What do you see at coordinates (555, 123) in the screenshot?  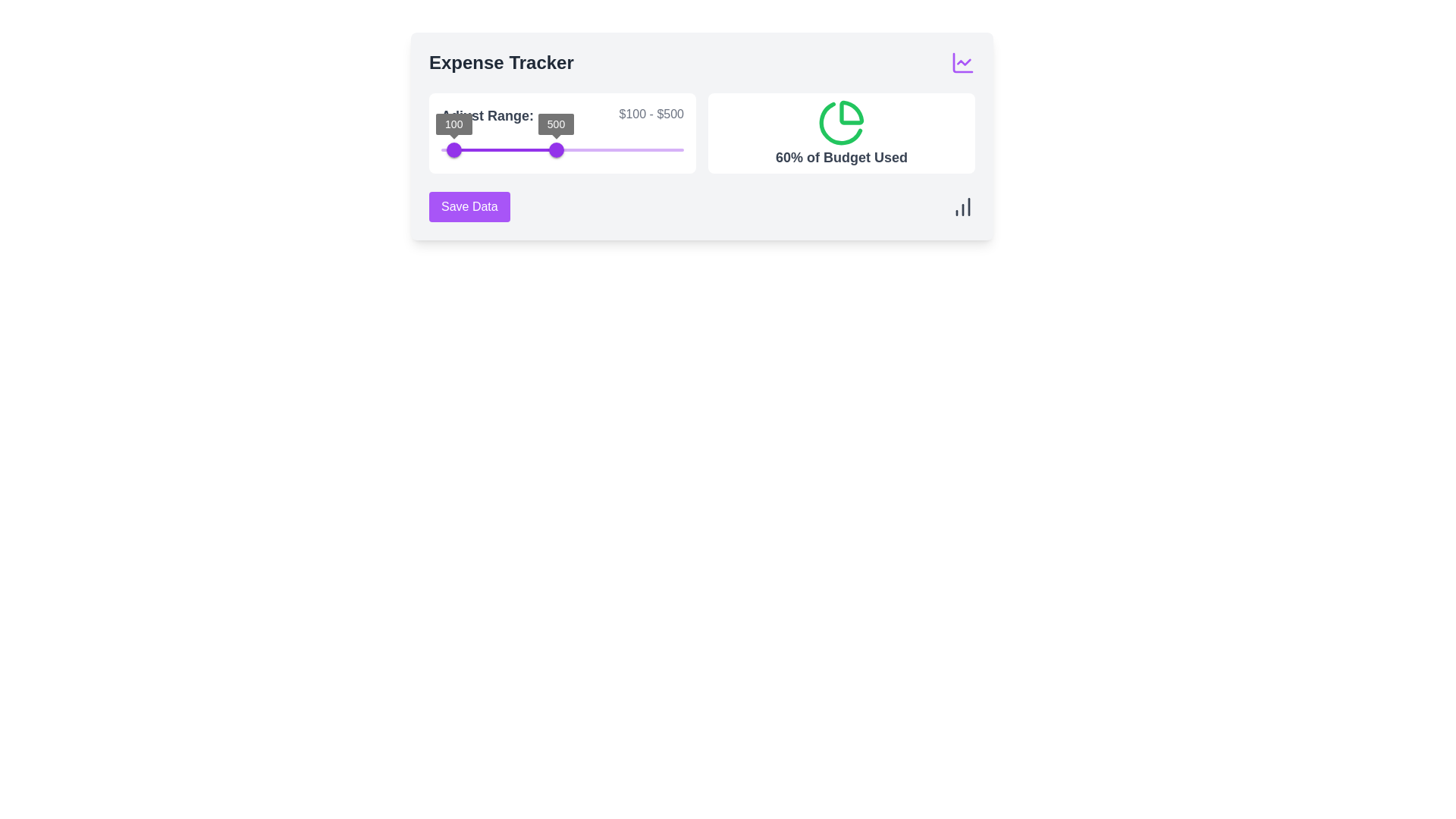 I see `the numeric value '500' displayed in white text above the second slider handle of the 'Adjust Range' slider as it changes with slider adjustments` at bounding box center [555, 123].